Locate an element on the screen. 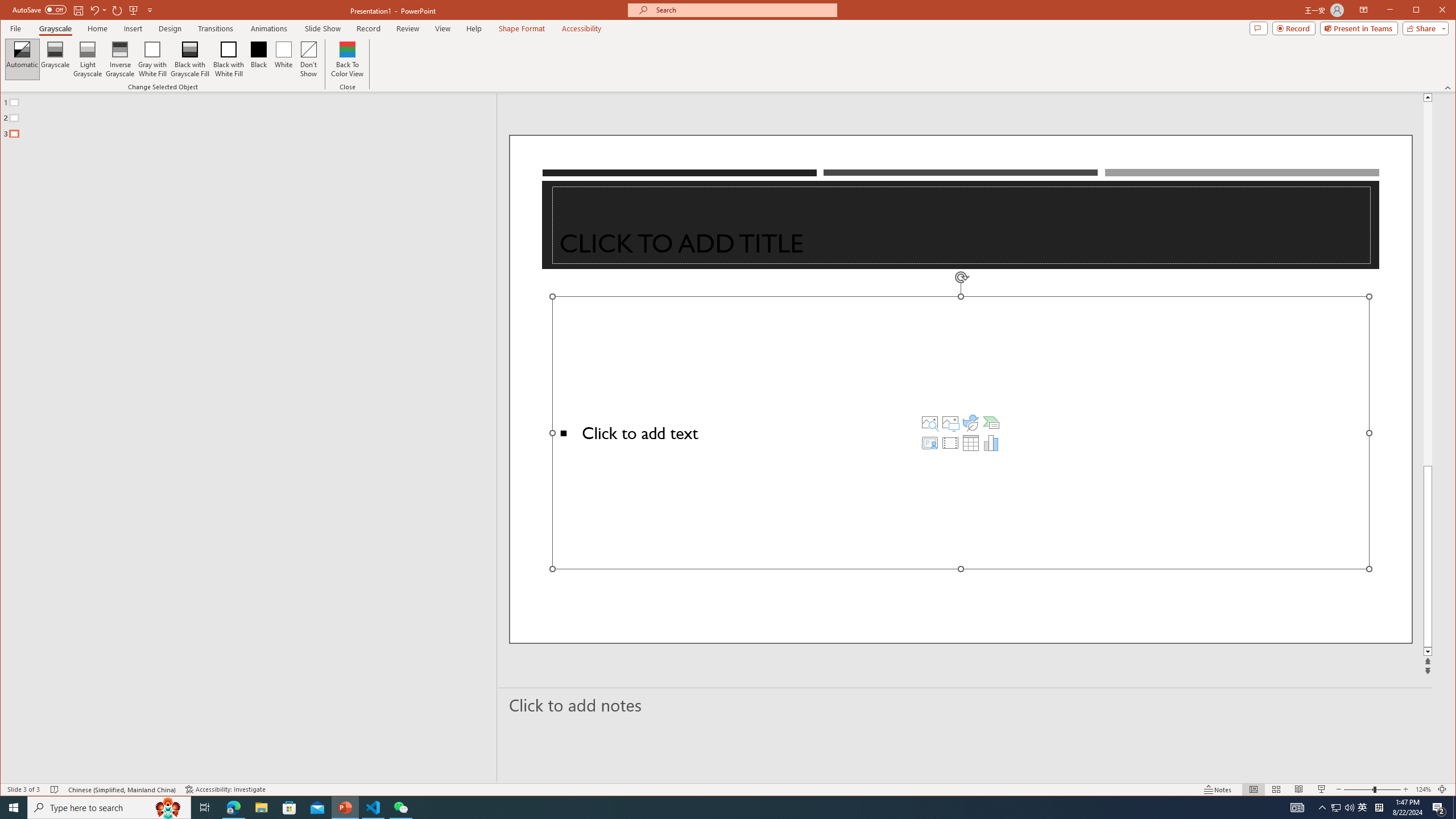 Image resolution: width=1456 pixels, height=819 pixels. 'Black' is located at coordinates (258, 59).